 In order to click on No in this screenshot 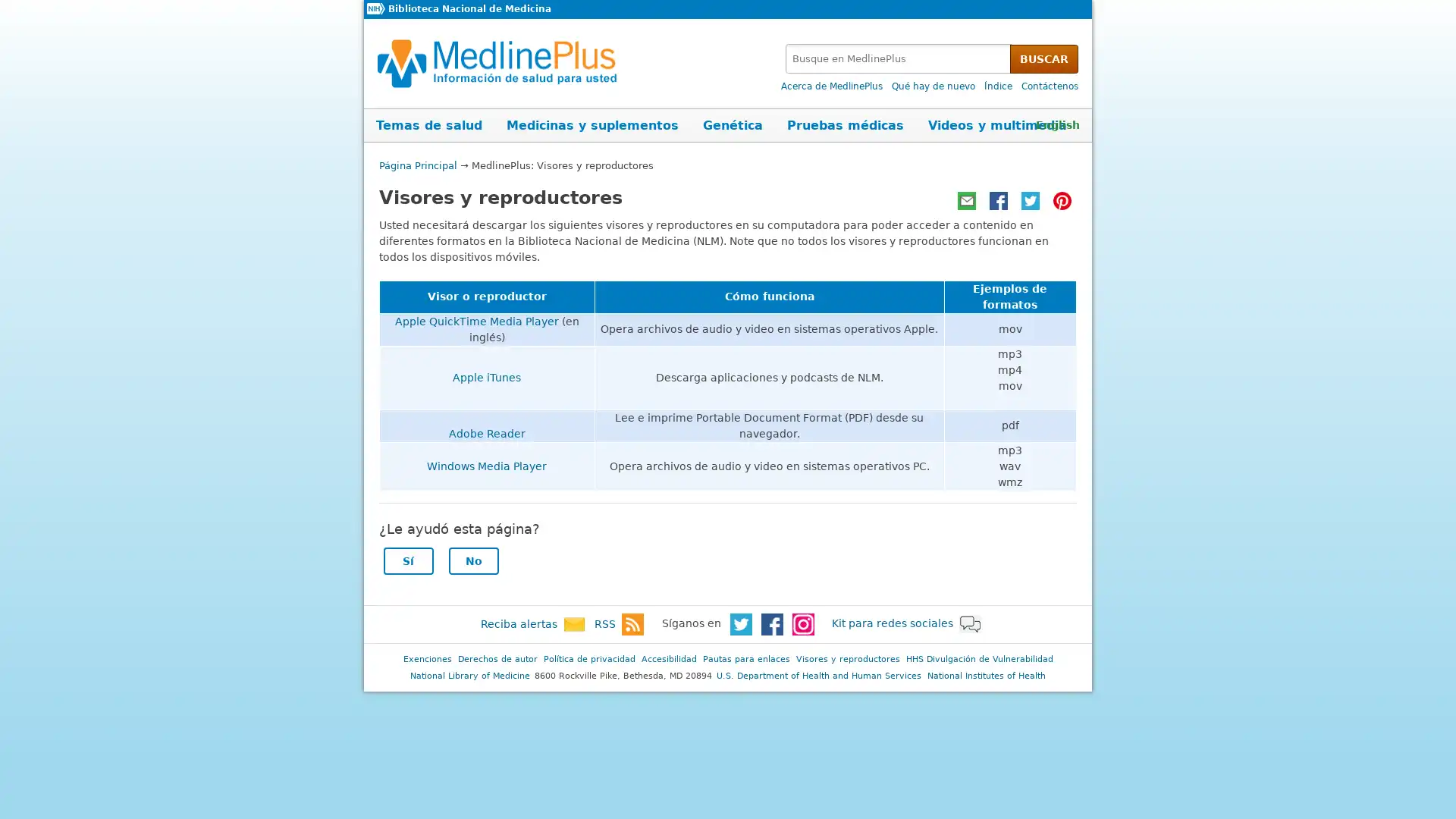, I will do `click(472, 560)`.